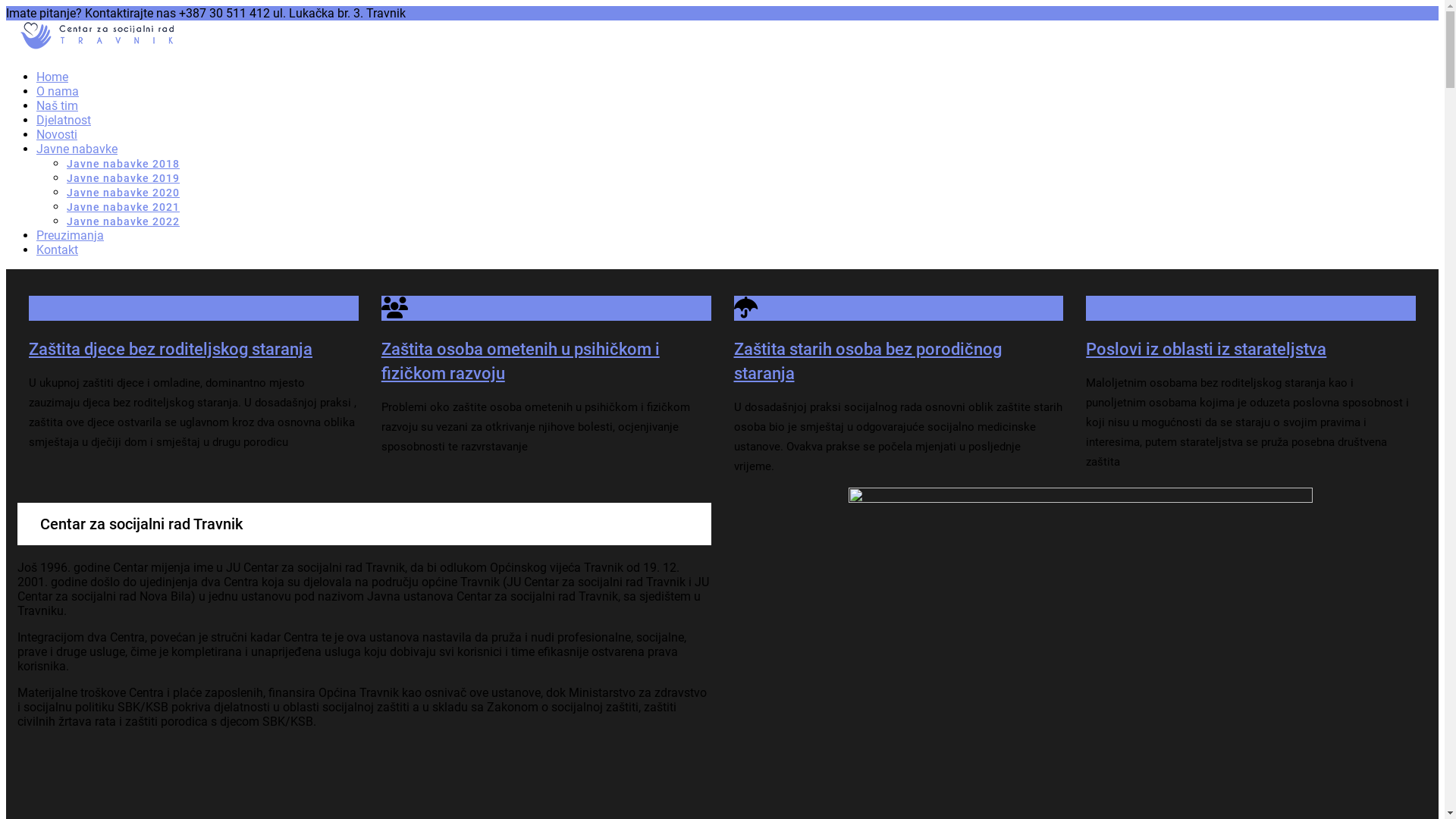 The width and height of the screenshot is (1456, 819). Describe the element at coordinates (57, 133) in the screenshot. I see `'Novosti'` at that location.